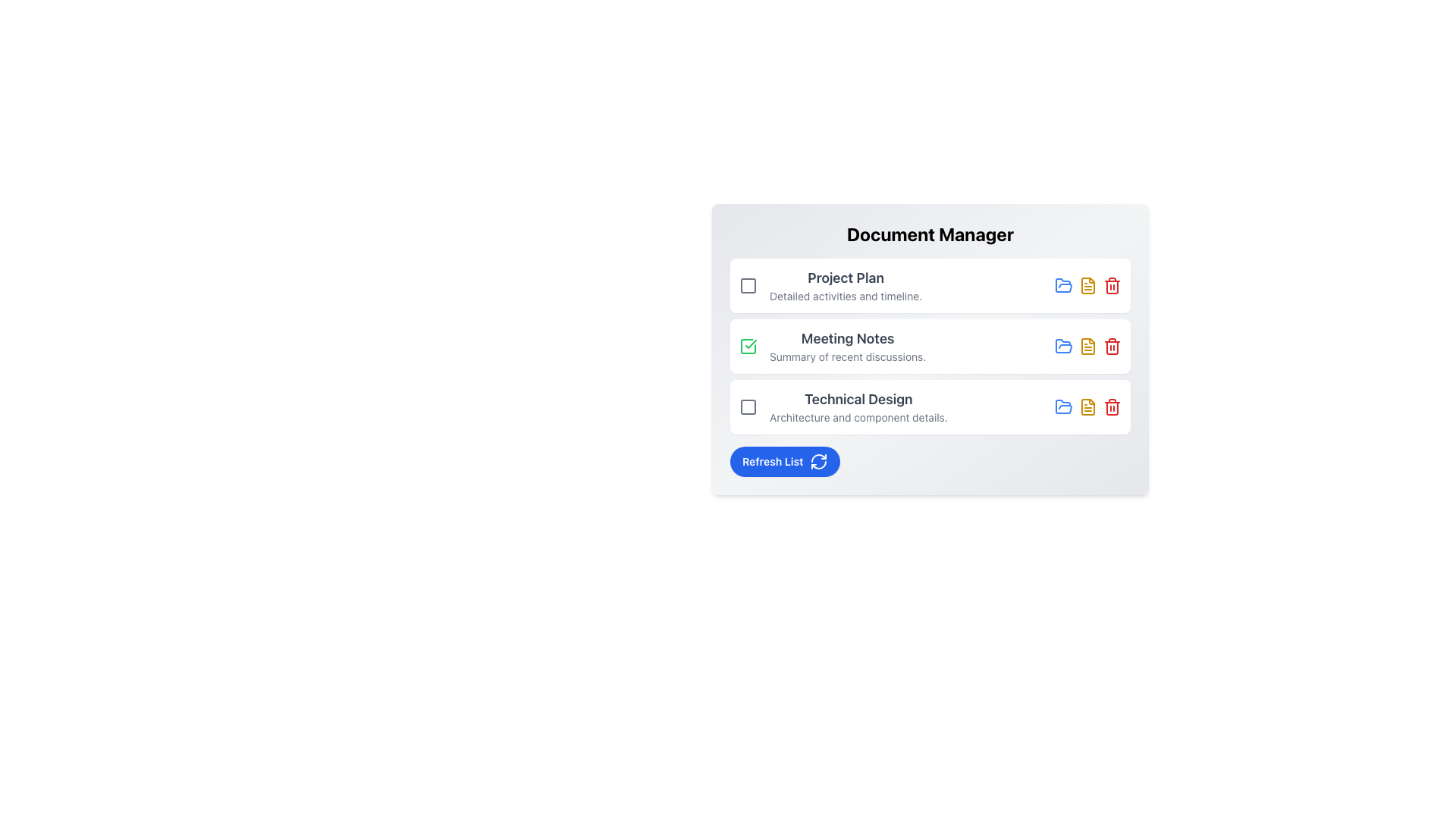  I want to click on the circular refresh icon located next to the 'Refresh List' text within the blue rounded button at the bottom center of the card interface, so click(817, 461).